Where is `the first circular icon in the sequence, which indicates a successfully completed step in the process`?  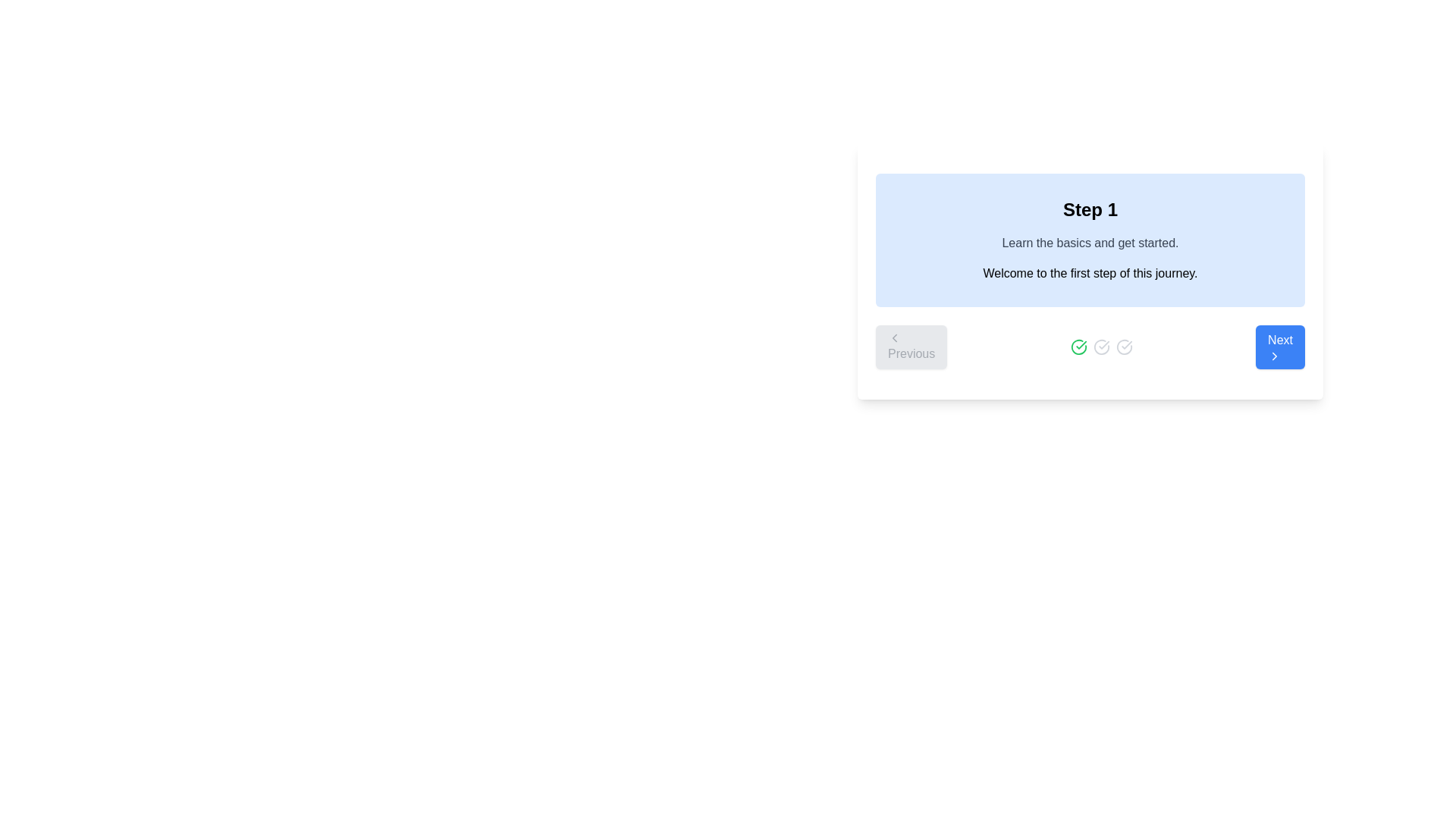 the first circular icon in the sequence, which indicates a successfully completed step in the process is located at coordinates (1078, 347).